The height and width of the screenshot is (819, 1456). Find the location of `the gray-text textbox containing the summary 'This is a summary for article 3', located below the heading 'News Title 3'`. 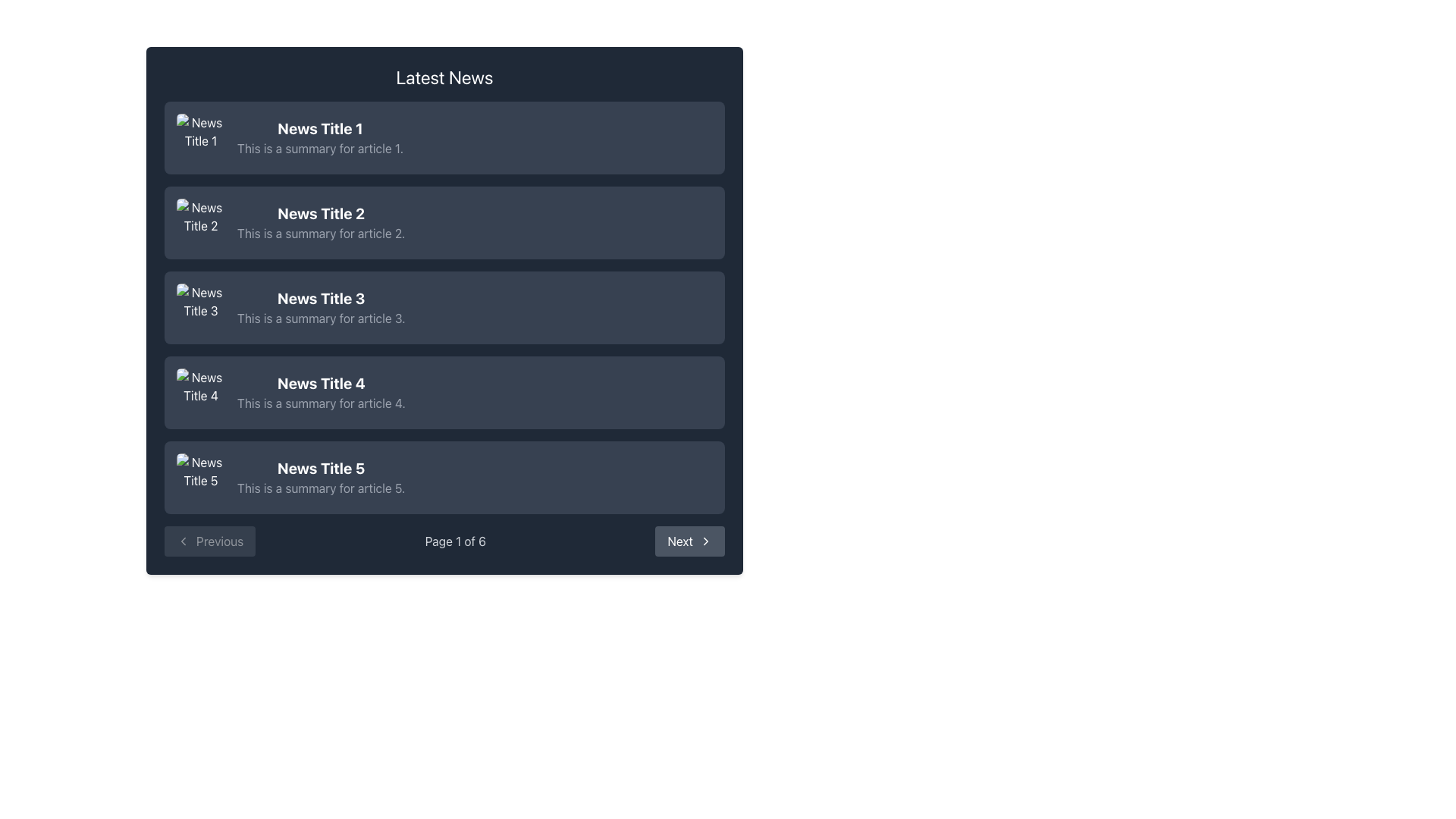

the gray-text textbox containing the summary 'This is a summary for article 3', located below the heading 'News Title 3' is located at coordinates (320, 318).